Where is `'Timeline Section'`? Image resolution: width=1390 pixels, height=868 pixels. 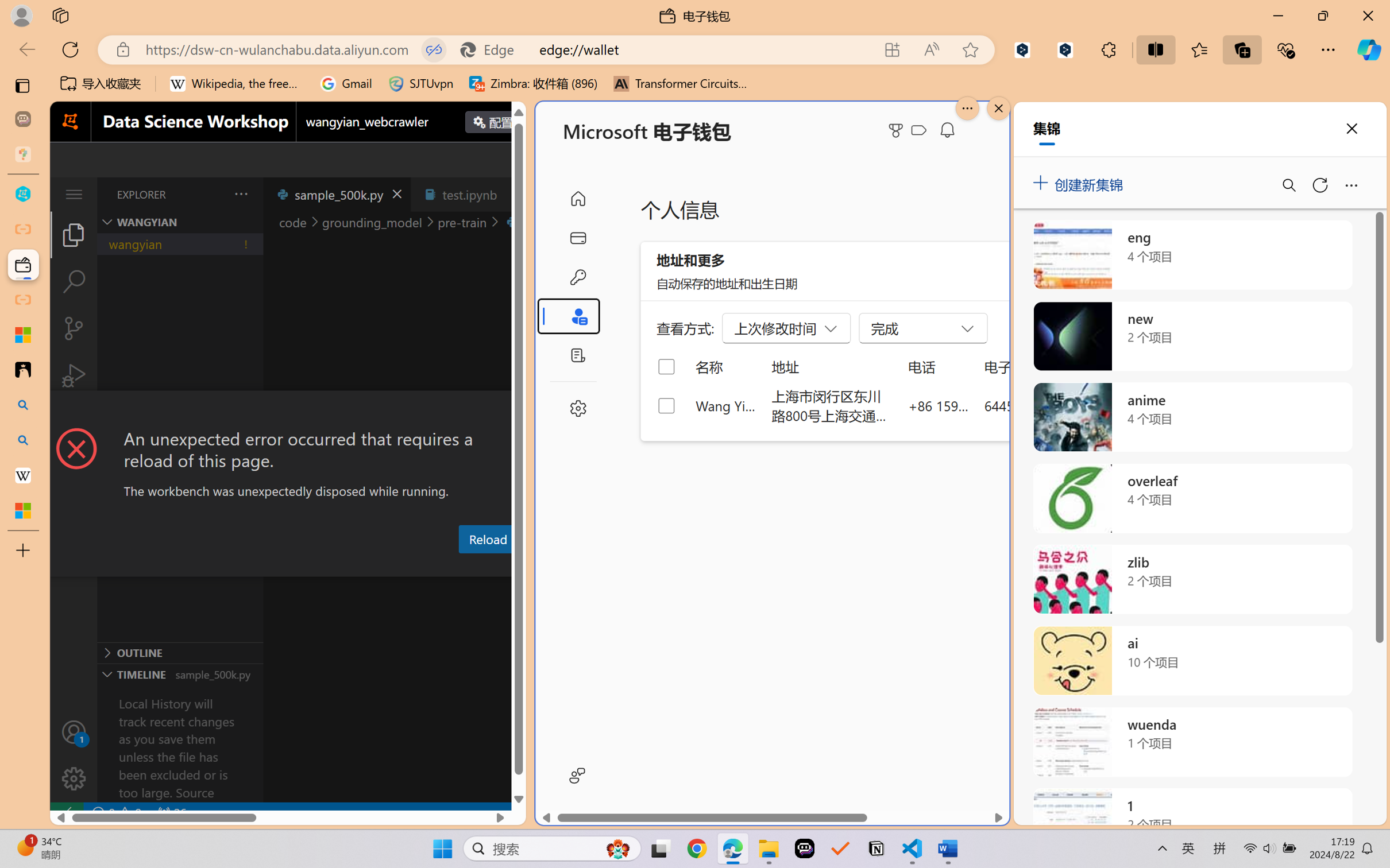 'Timeline Section' is located at coordinates (180, 674).